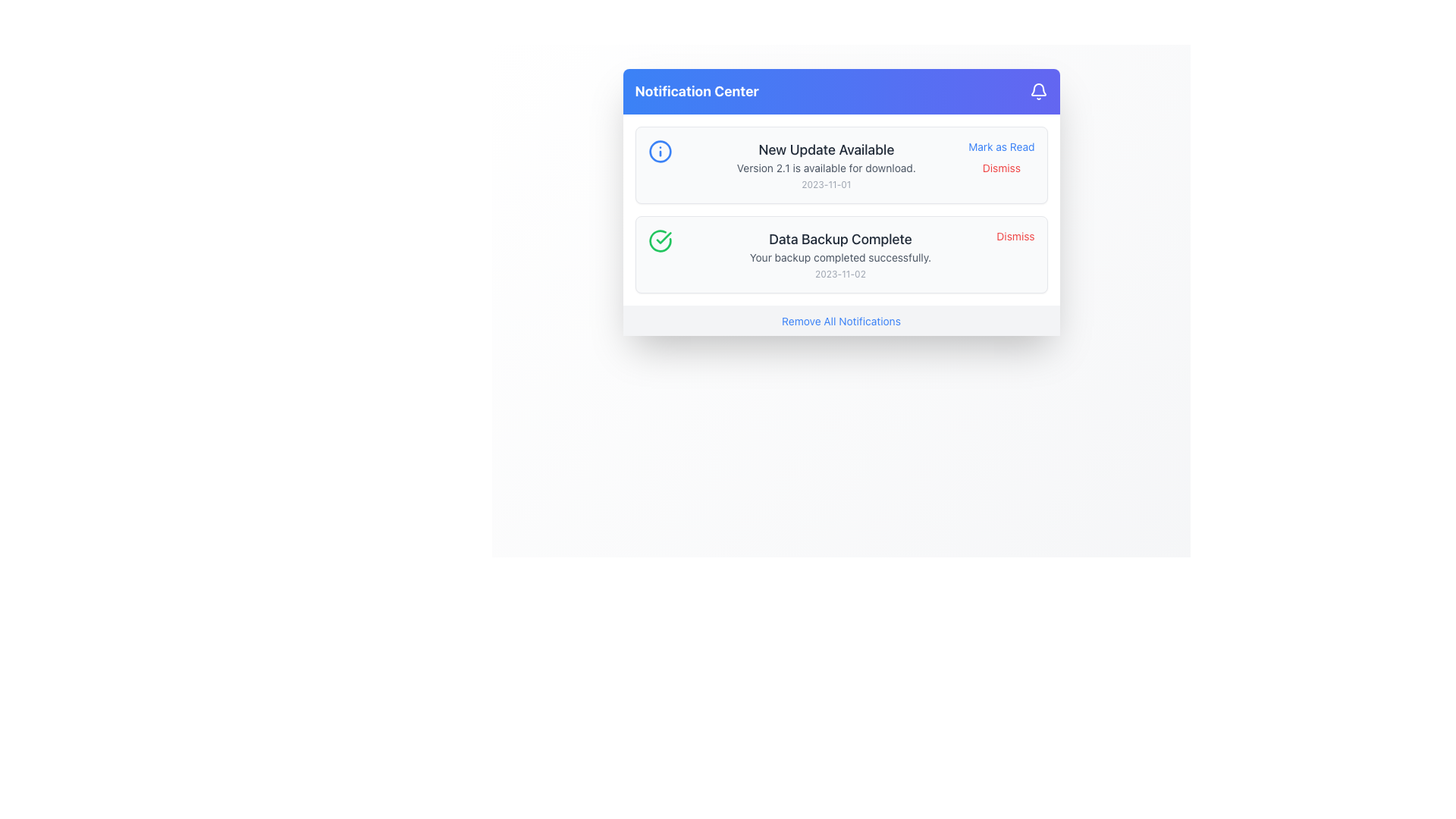 The width and height of the screenshot is (1456, 819). I want to click on the interactive text link at the bottom of the Notification Center to clear all notifications, so click(840, 320).